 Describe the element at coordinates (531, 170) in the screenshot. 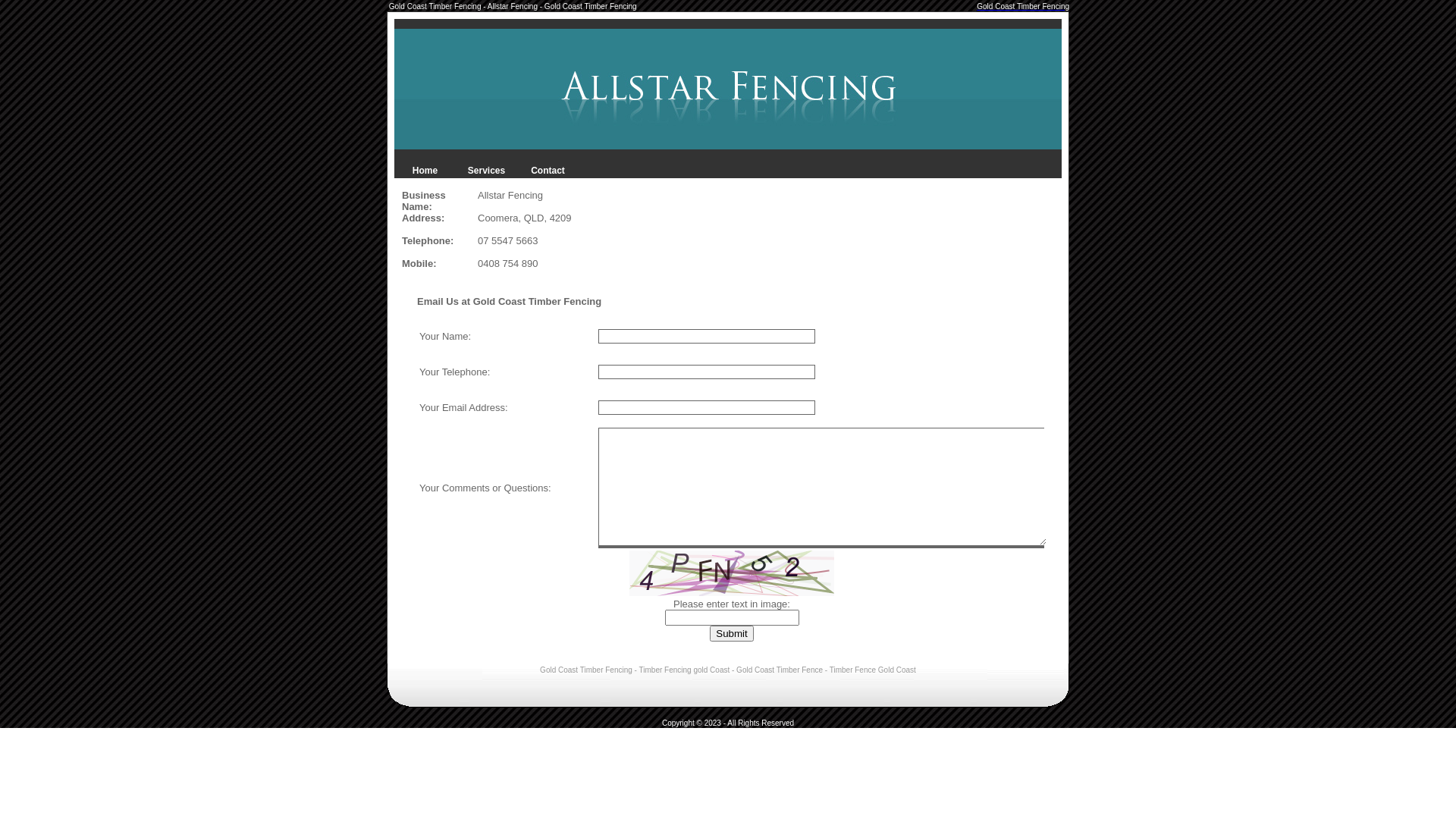

I see `'Contact'` at that location.